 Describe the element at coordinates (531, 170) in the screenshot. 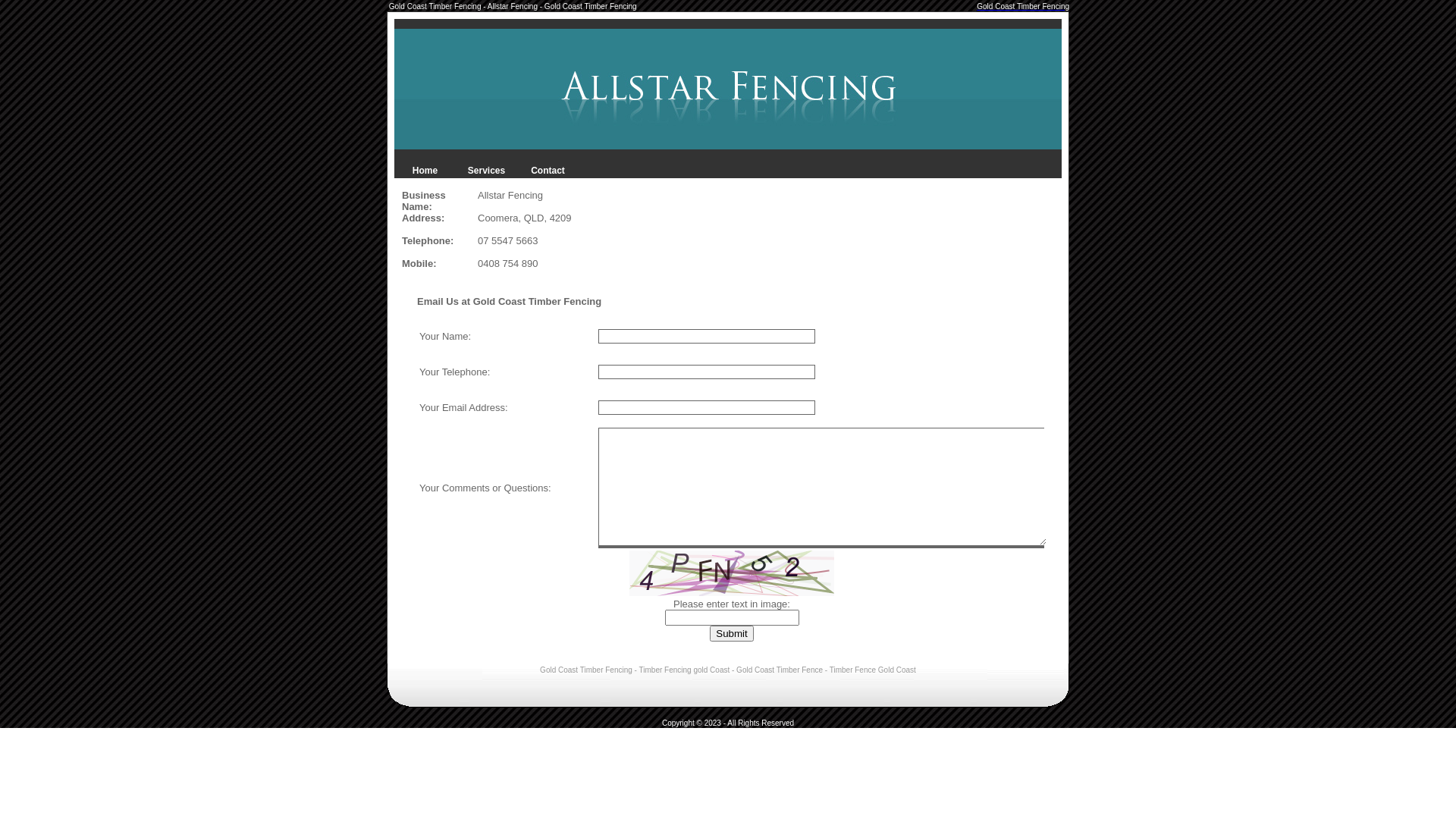

I see `'Contact'` at that location.